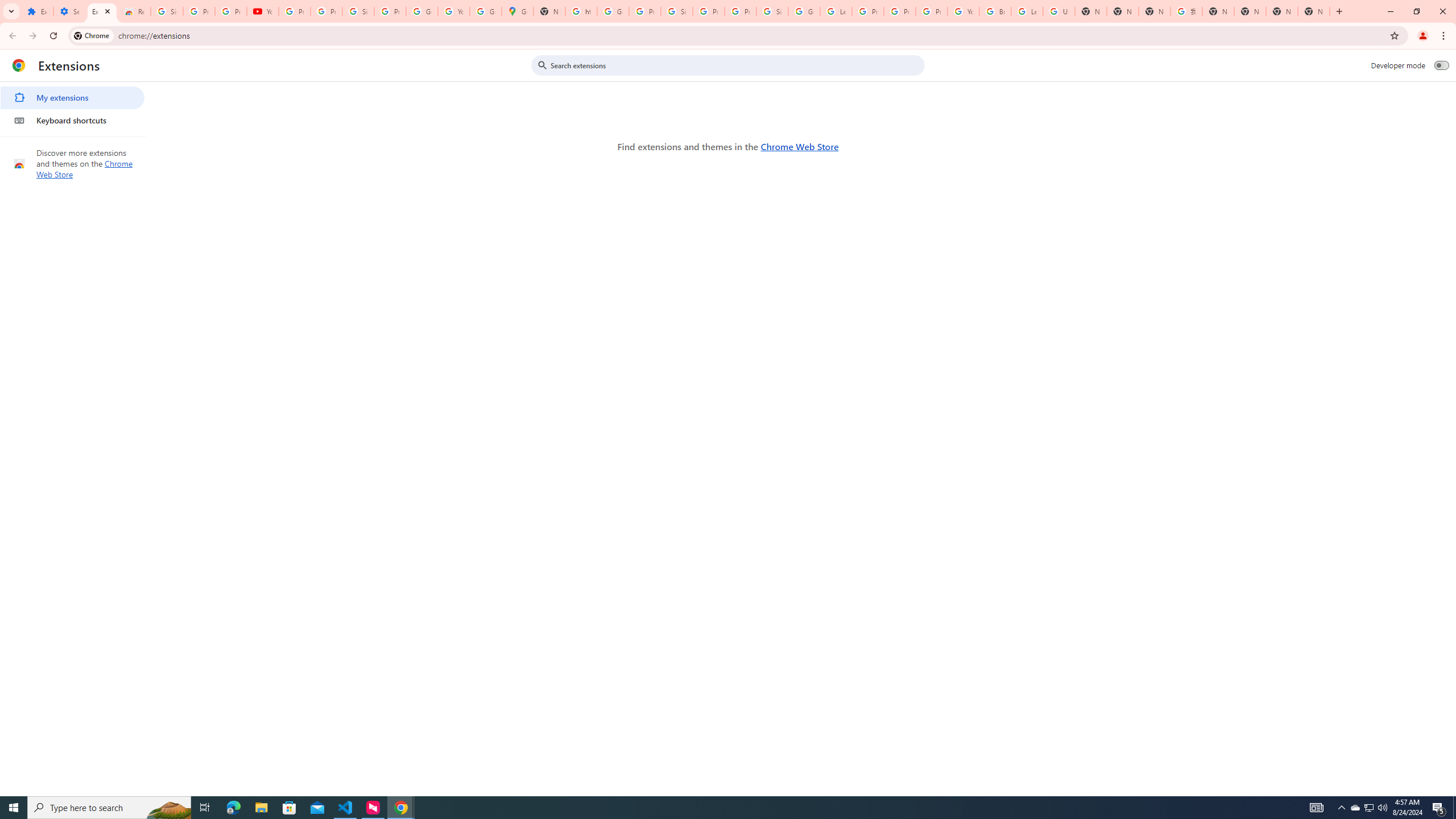 The width and height of the screenshot is (1456, 819). What do you see at coordinates (37, 11) in the screenshot?
I see `'Extensions'` at bounding box center [37, 11].